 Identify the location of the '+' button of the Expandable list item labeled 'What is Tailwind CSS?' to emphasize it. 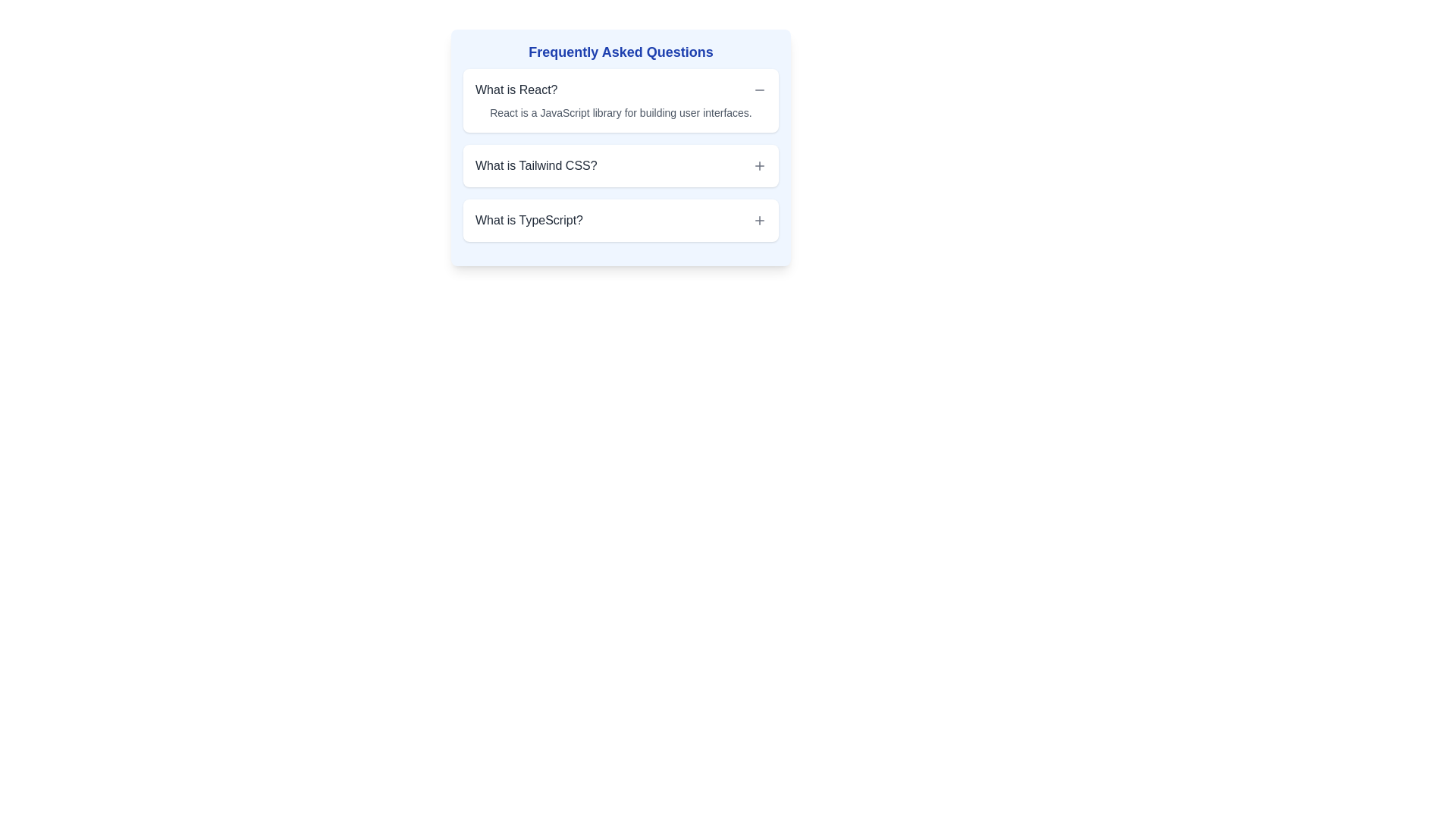
(621, 166).